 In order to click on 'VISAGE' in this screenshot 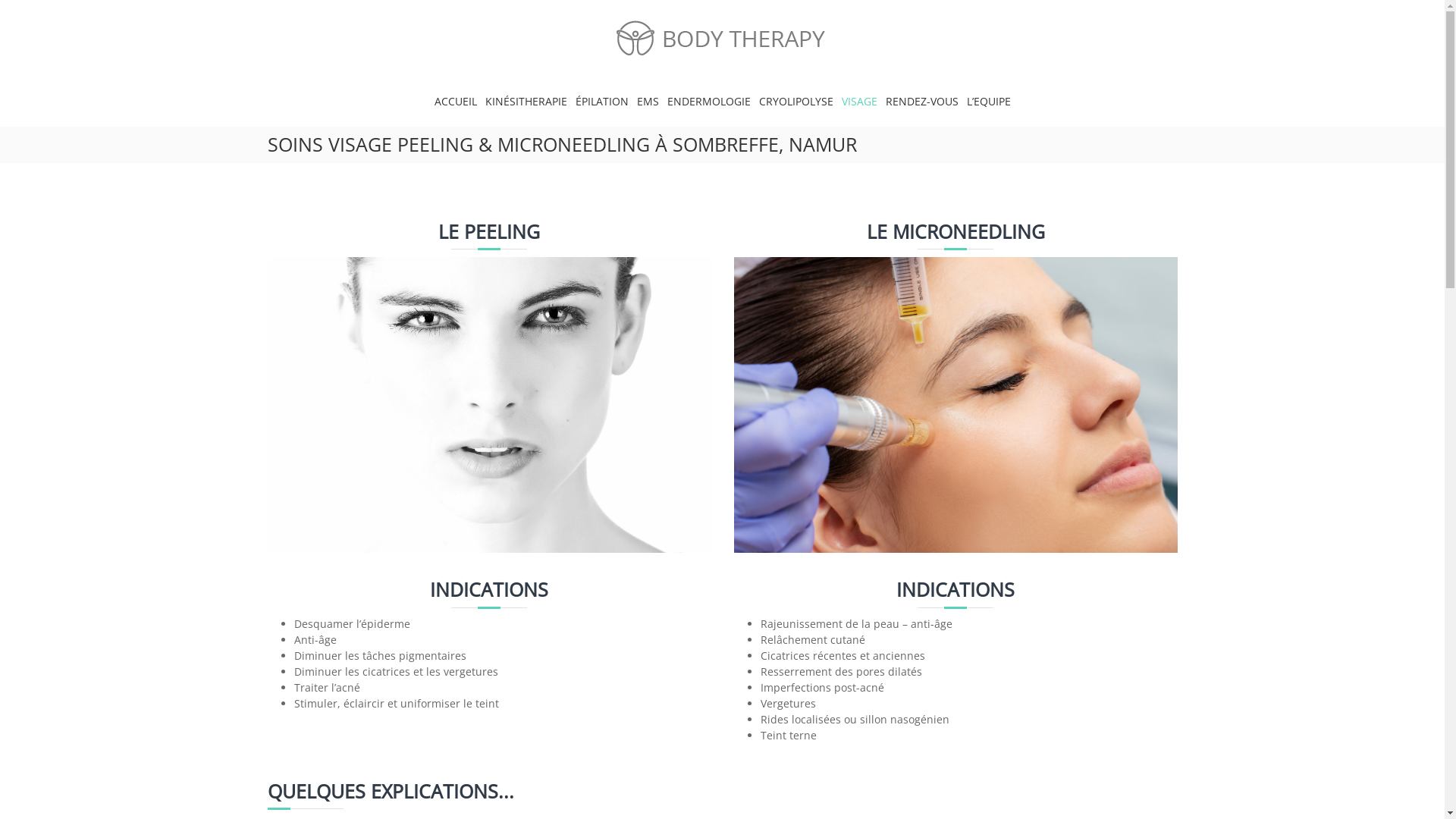, I will do `click(859, 101)`.